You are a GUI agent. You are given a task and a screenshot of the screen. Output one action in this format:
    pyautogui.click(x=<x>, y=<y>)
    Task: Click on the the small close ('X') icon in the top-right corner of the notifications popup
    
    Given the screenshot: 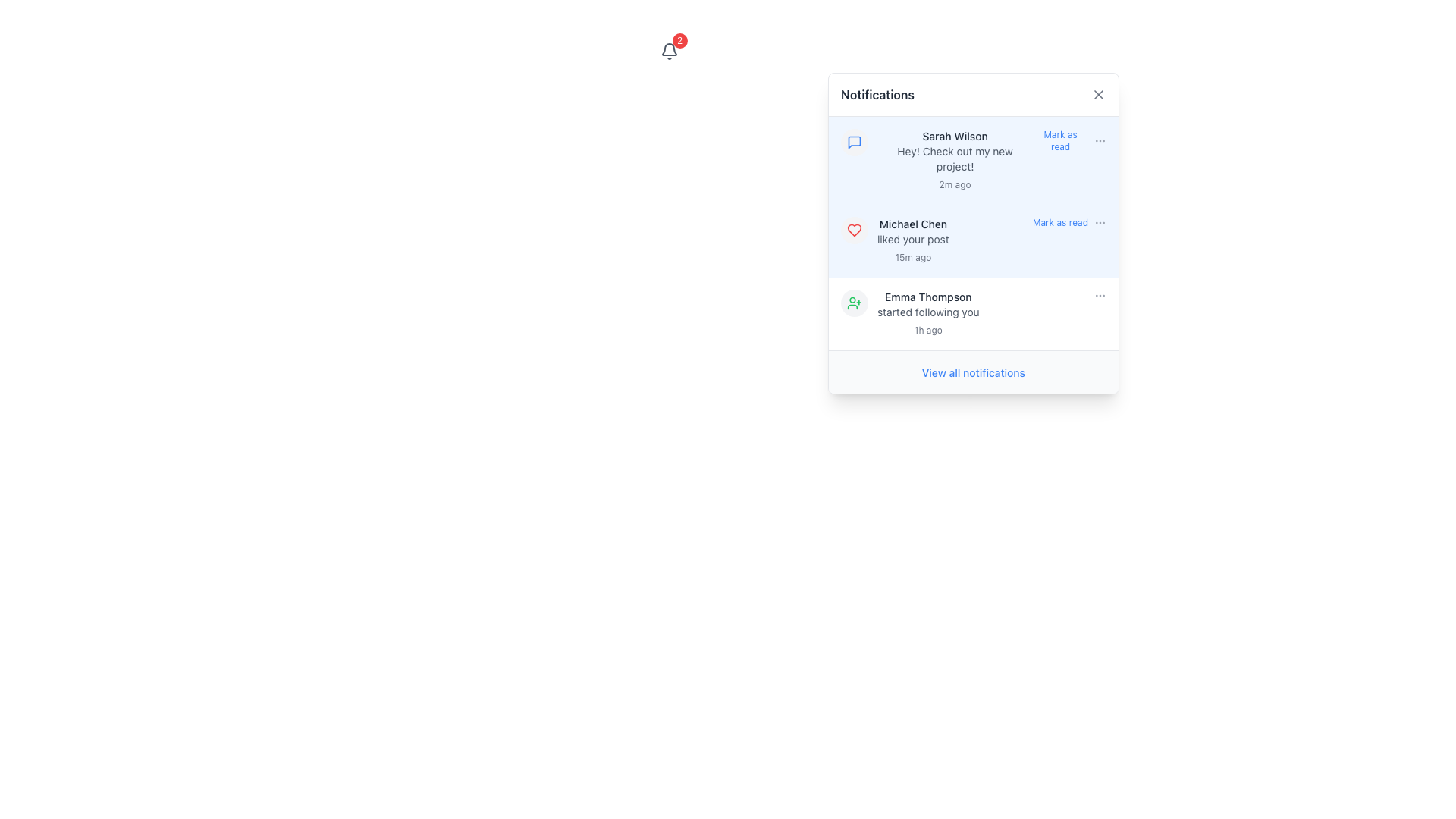 What is the action you would take?
    pyautogui.click(x=1099, y=94)
    